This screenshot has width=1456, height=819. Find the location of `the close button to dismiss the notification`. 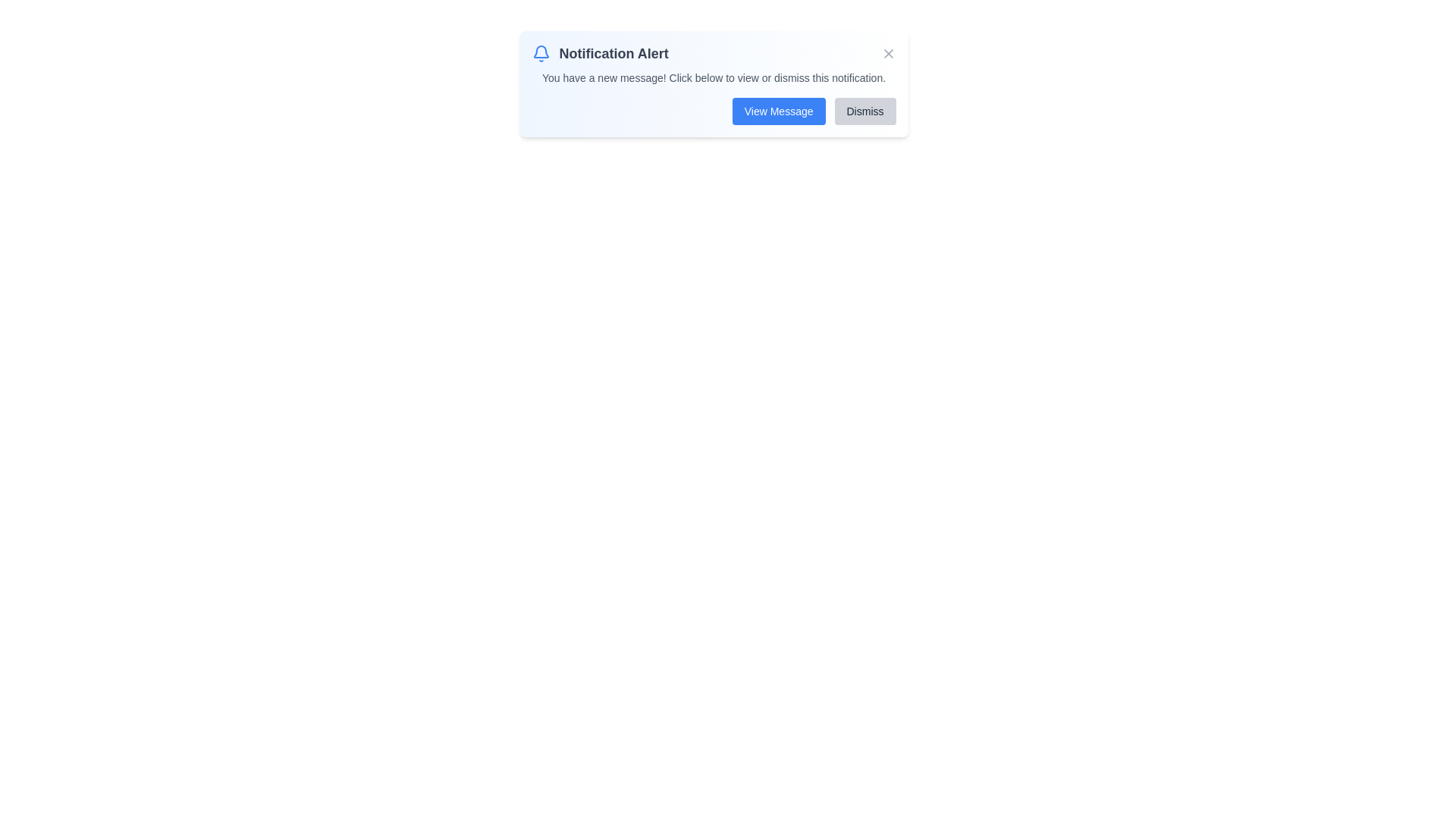

the close button to dismiss the notification is located at coordinates (888, 52).